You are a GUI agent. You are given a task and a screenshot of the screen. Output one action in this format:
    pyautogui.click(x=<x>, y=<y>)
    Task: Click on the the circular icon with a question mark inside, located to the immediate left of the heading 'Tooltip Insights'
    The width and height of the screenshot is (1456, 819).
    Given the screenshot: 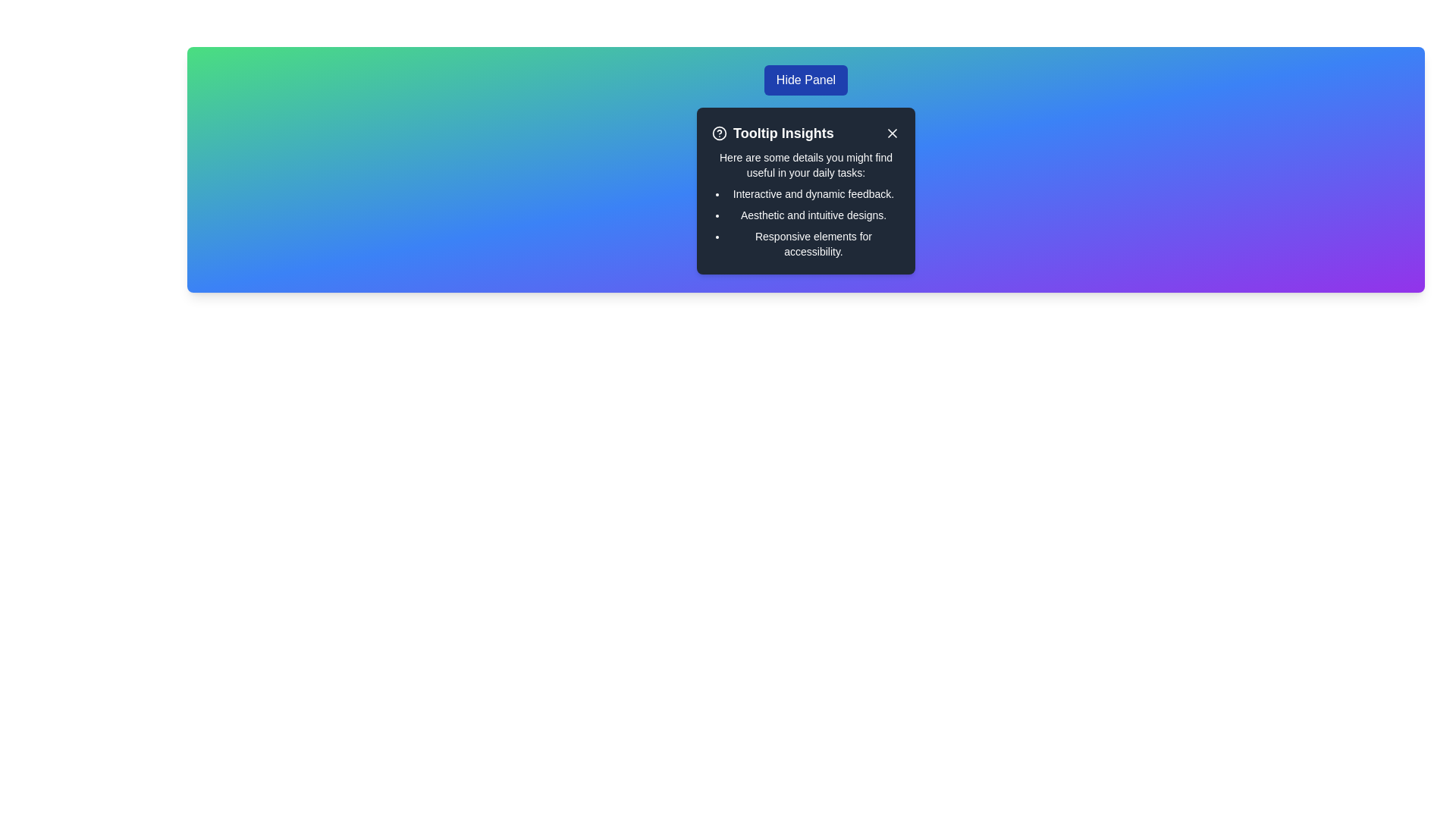 What is the action you would take?
    pyautogui.click(x=719, y=133)
    